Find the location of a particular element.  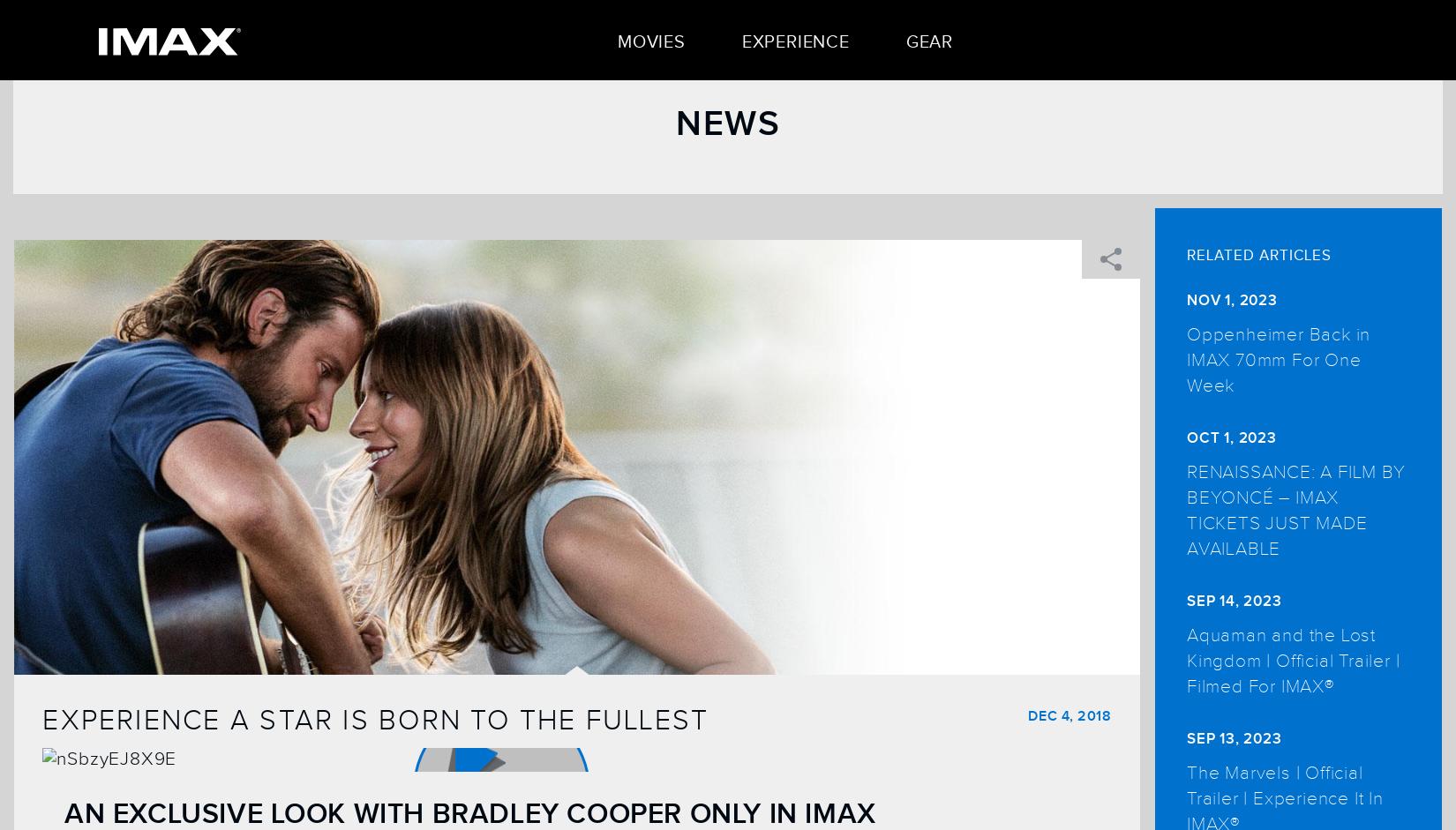

'Dec 4, 2018' is located at coordinates (1069, 716).